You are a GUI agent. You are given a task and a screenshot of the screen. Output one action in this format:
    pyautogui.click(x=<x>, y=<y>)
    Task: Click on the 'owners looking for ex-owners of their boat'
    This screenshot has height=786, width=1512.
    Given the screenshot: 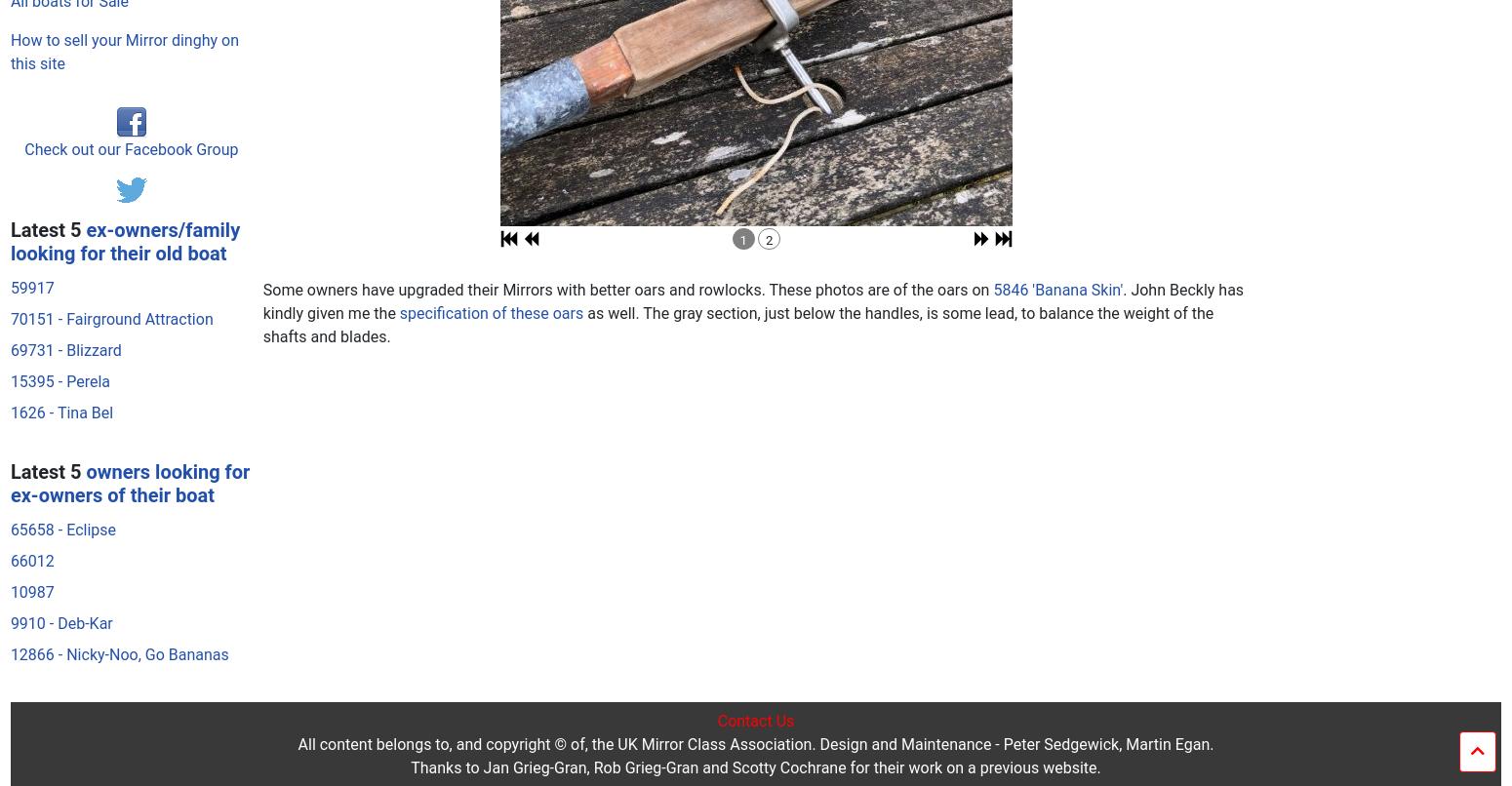 What is the action you would take?
    pyautogui.click(x=129, y=104)
    